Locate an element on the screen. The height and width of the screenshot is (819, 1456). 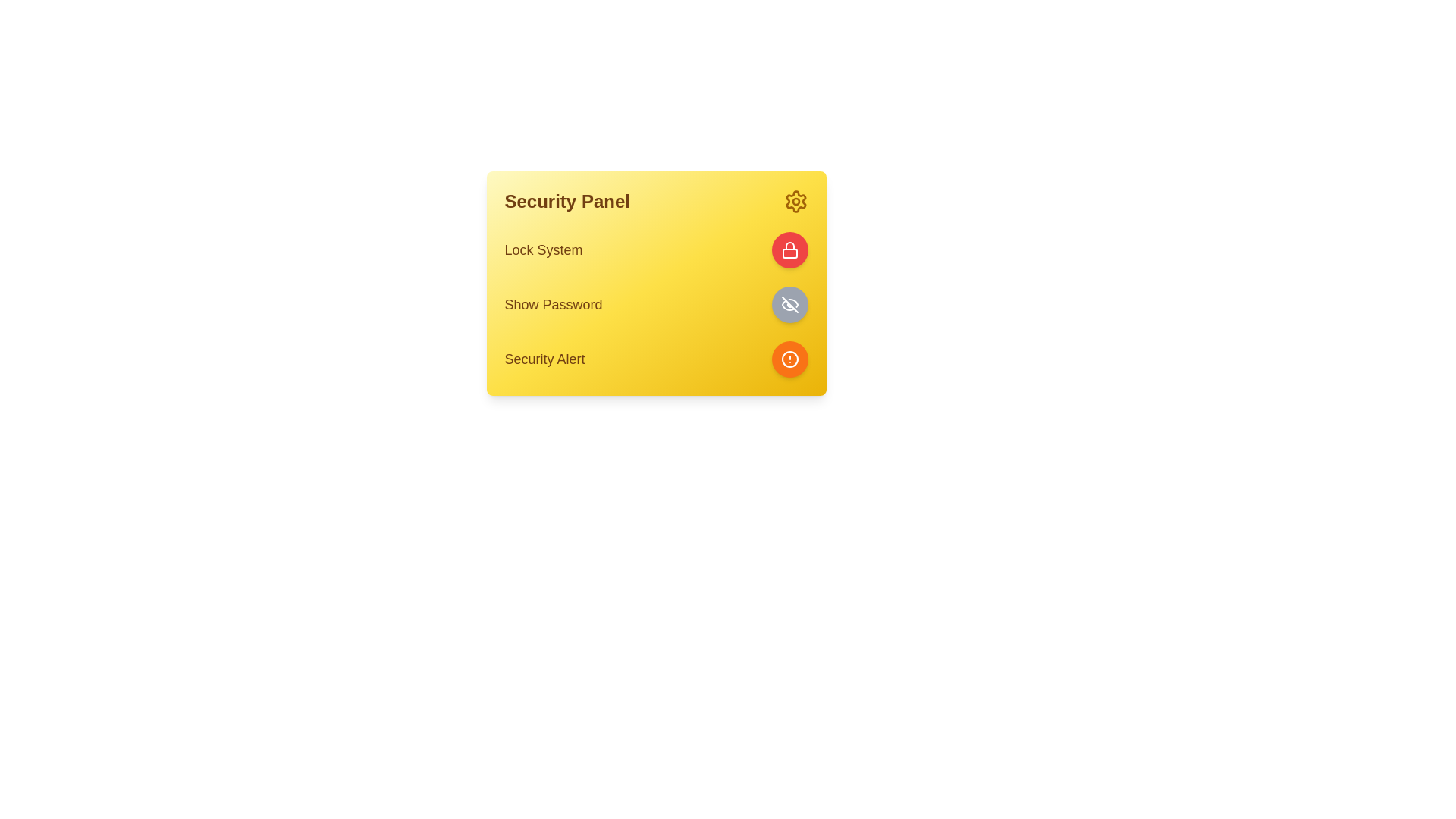
the circular toggle button with a gray background and crossed-out eye icon, located to the right of the 'Show Password' label in the 'Security Panel' is located at coordinates (789, 304).